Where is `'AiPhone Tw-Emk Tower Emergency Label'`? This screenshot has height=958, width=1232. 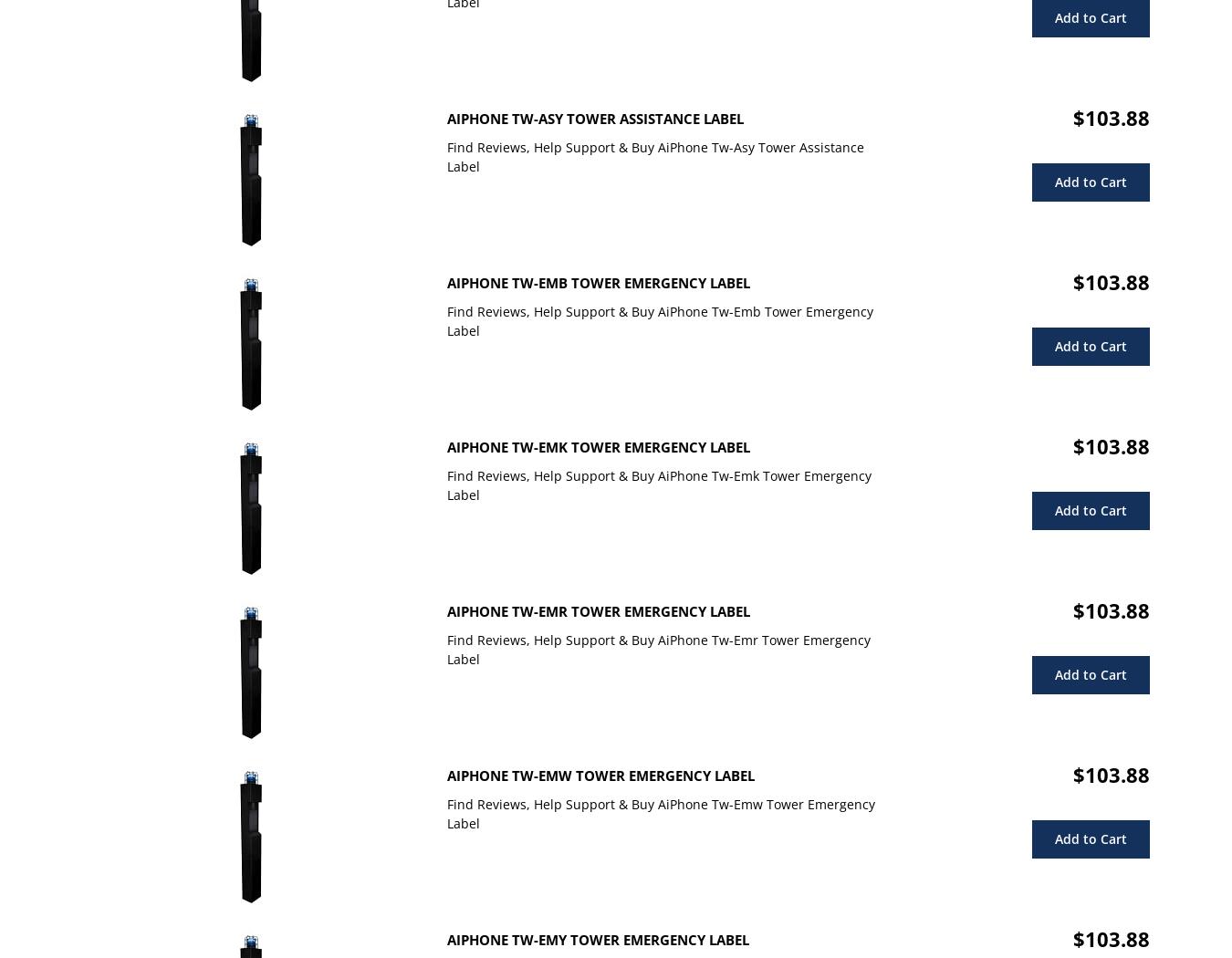 'AiPhone Tw-Emk Tower Emergency Label' is located at coordinates (598, 446).